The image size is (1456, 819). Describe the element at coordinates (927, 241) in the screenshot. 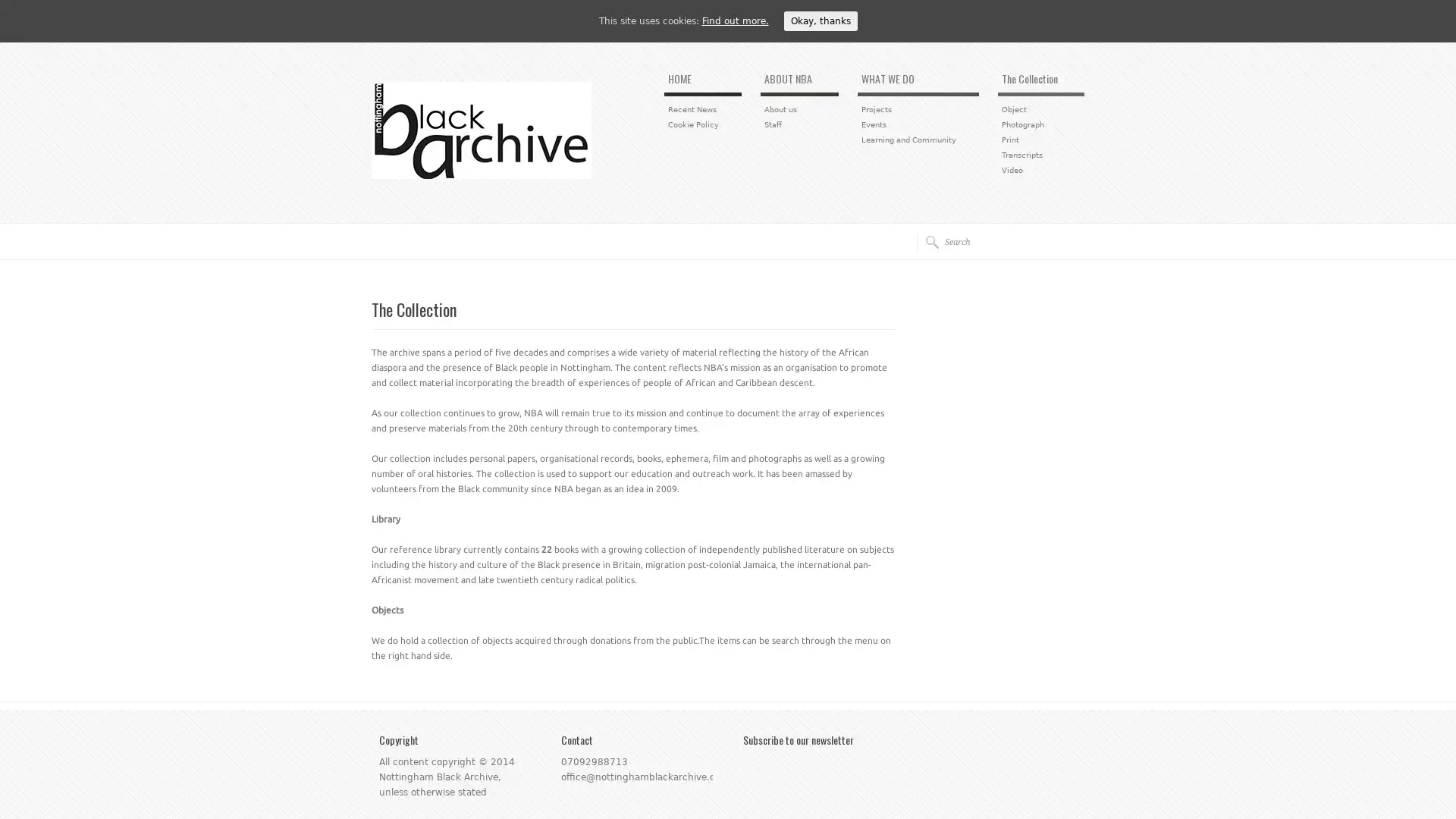

I see `Search` at that location.